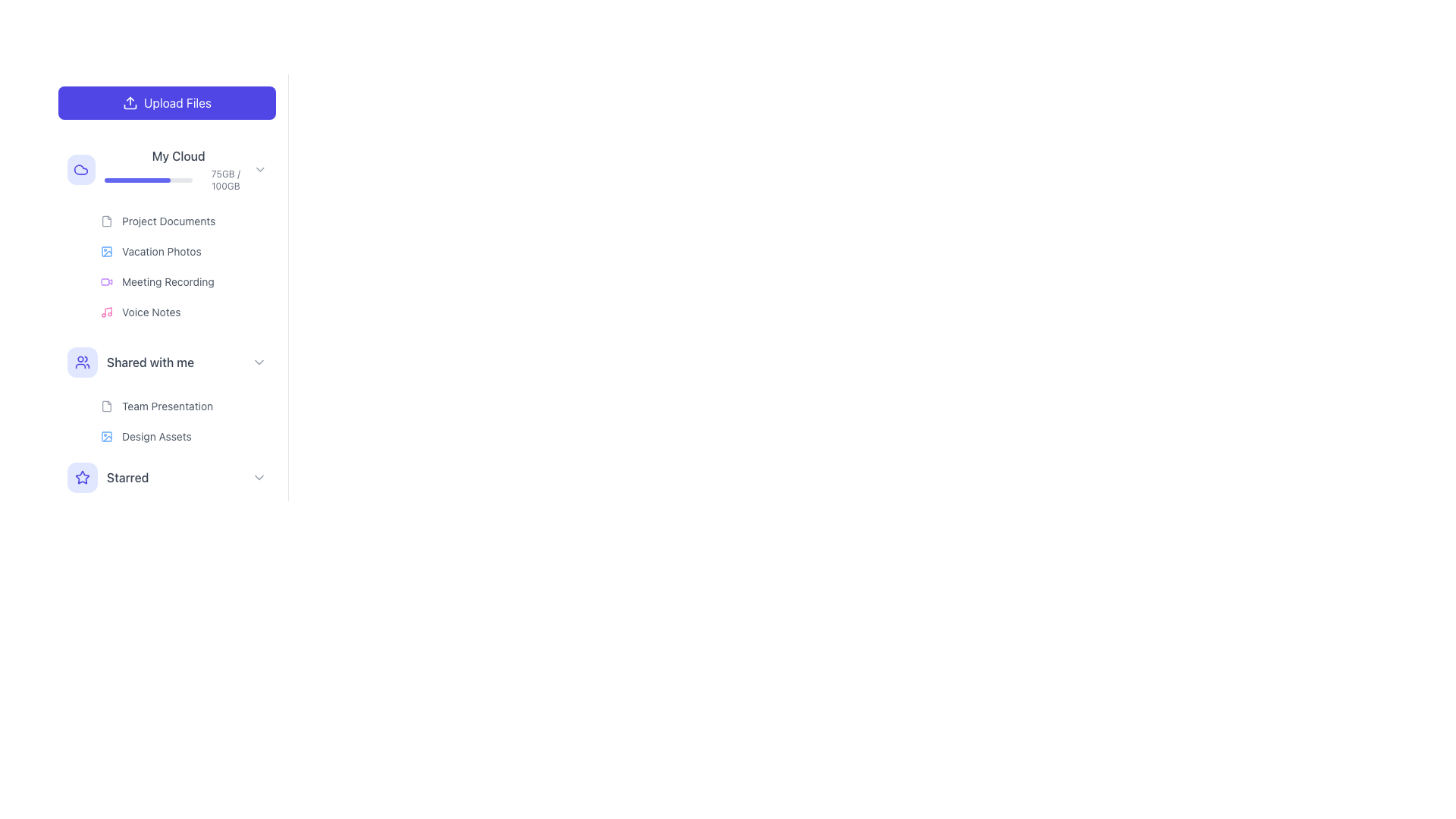 Image resolution: width=1456 pixels, height=819 pixels. What do you see at coordinates (259, 362) in the screenshot?
I see `the Chevron icon located at the rightmost position of the 'Shared with me' menu item in the left sidebar` at bounding box center [259, 362].